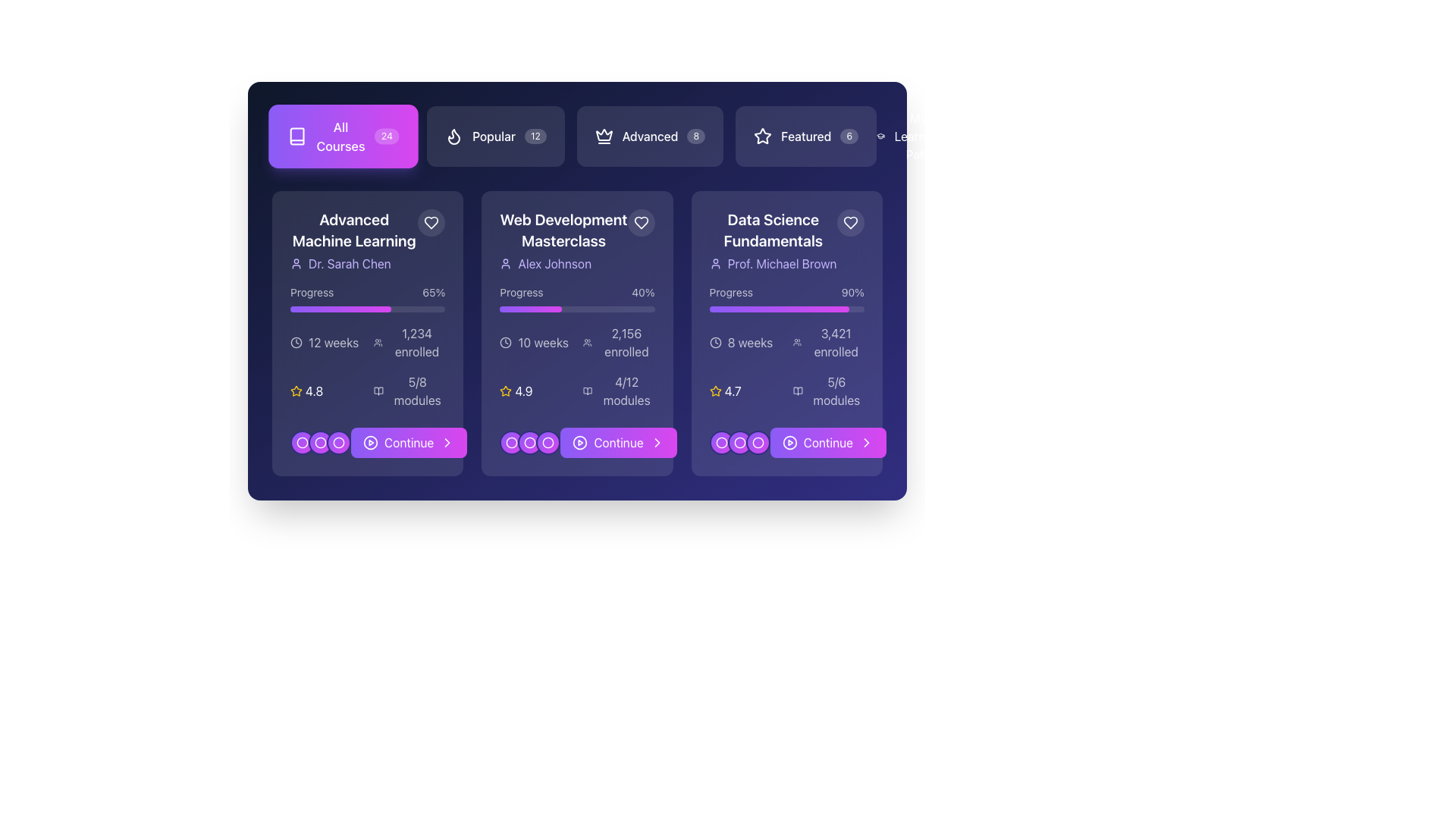 The height and width of the screenshot is (819, 1456). Describe the element at coordinates (827, 342) in the screenshot. I see `the informational label that indicates the number of users currently enrolled in the course, located in the rightmost card below the '8 weeks' text and above the '4.7' text` at that location.